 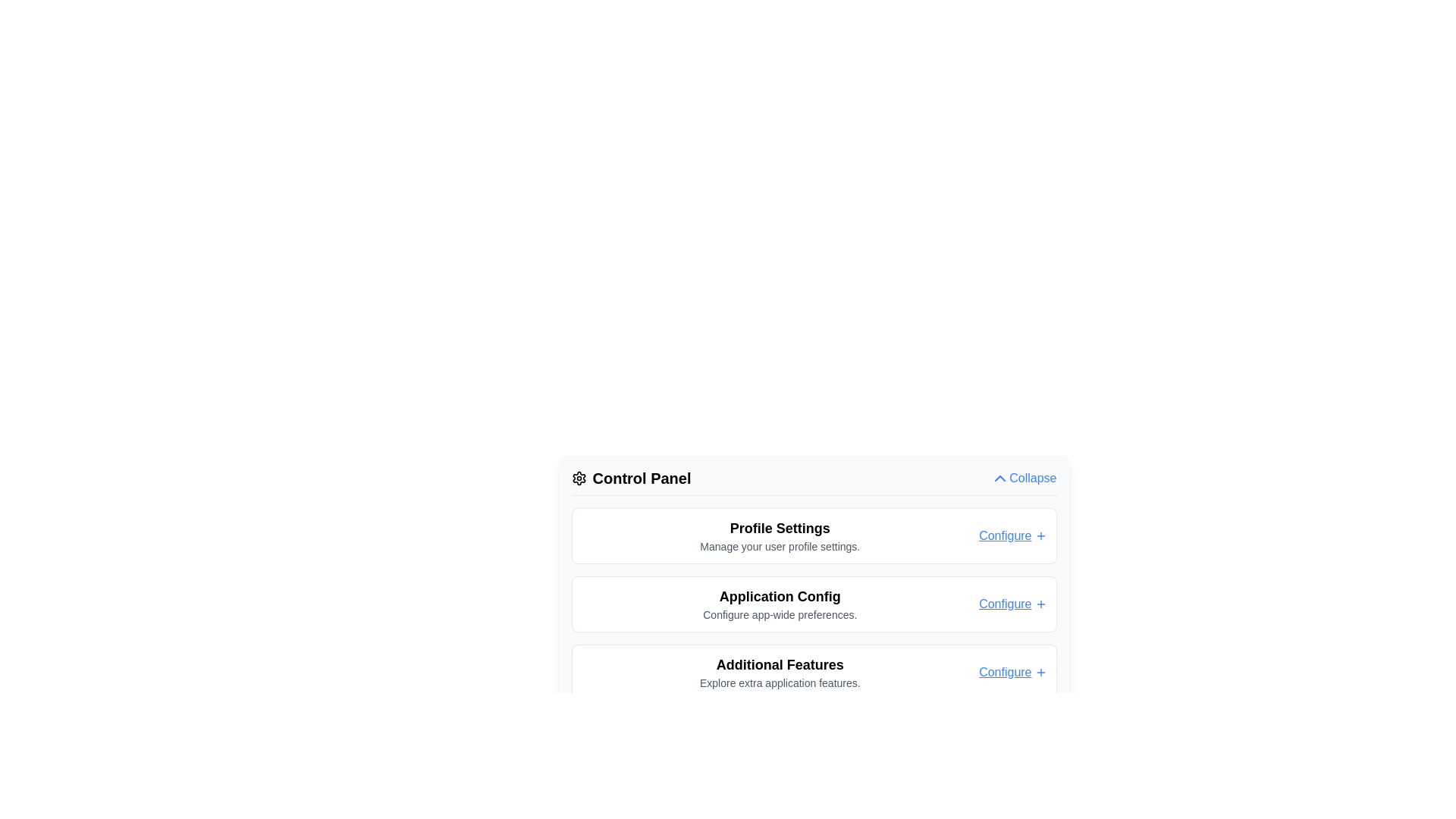 I want to click on the hyperlinked text 'Configure+' located, so click(x=1012, y=535).